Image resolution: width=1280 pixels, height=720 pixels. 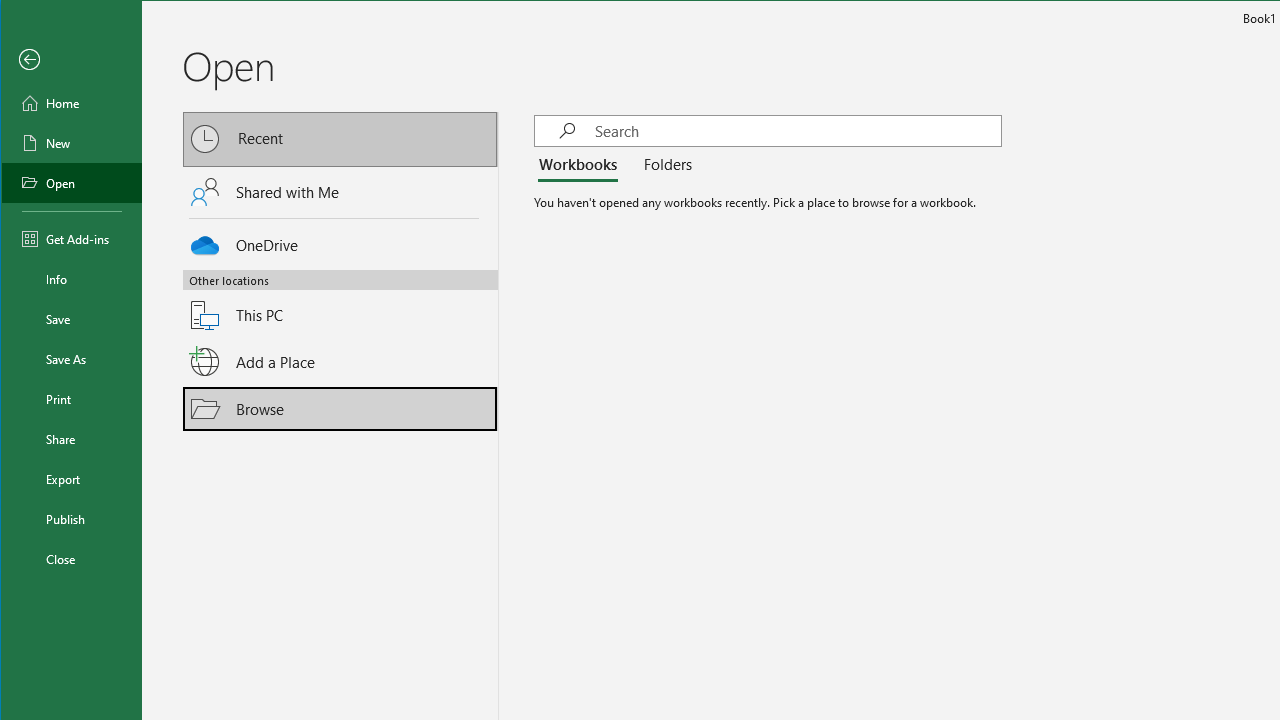 I want to click on 'Publish', so click(x=72, y=518).